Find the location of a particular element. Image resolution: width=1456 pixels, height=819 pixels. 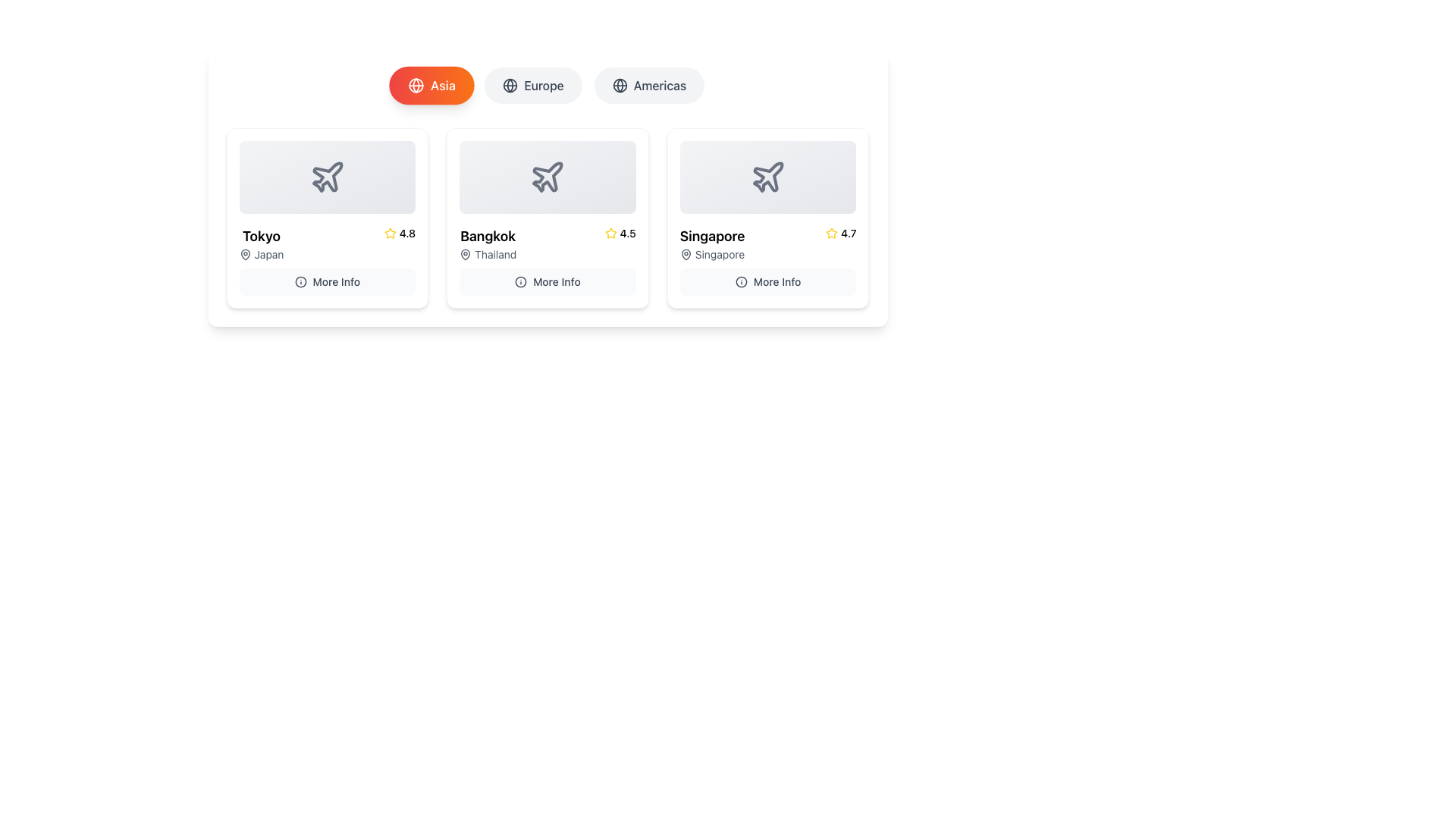

the static text element displaying 'Singapore', which serves as the title for the rightmost card in a series of horizontally arranged cards is located at coordinates (711, 237).